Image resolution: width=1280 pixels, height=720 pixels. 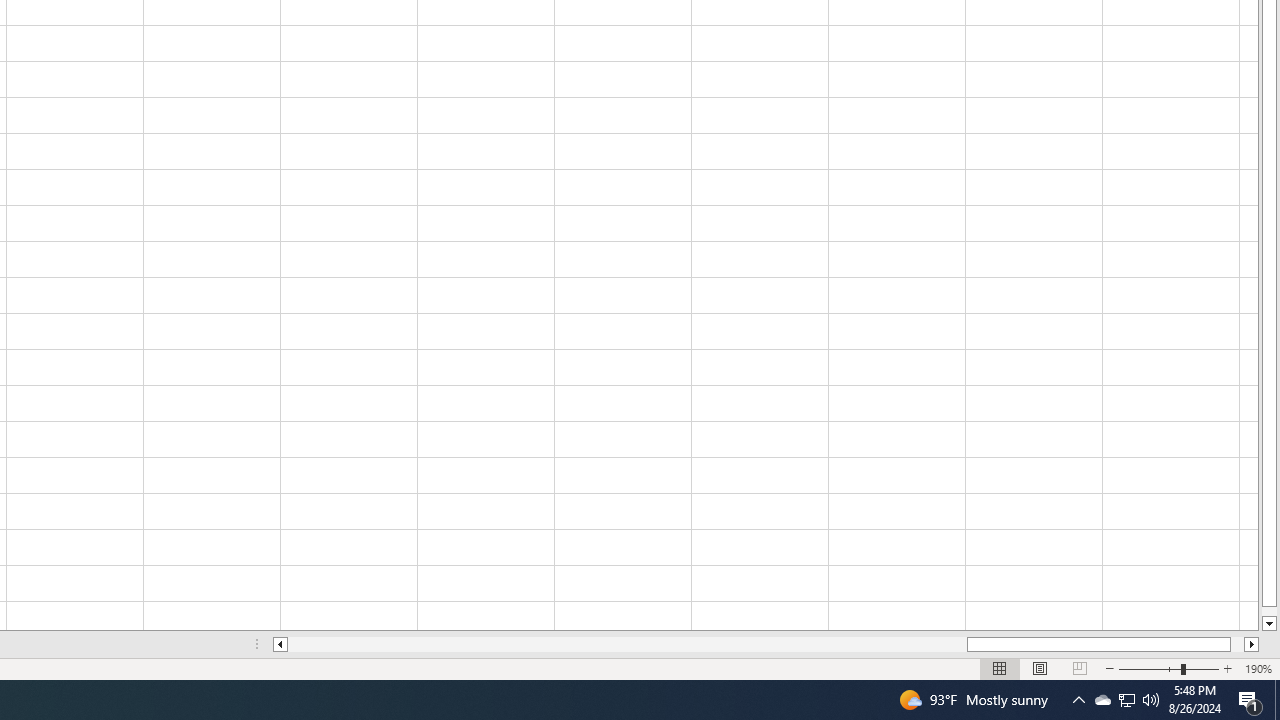 What do you see at coordinates (1251, 644) in the screenshot?
I see `'Column right'` at bounding box center [1251, 644].